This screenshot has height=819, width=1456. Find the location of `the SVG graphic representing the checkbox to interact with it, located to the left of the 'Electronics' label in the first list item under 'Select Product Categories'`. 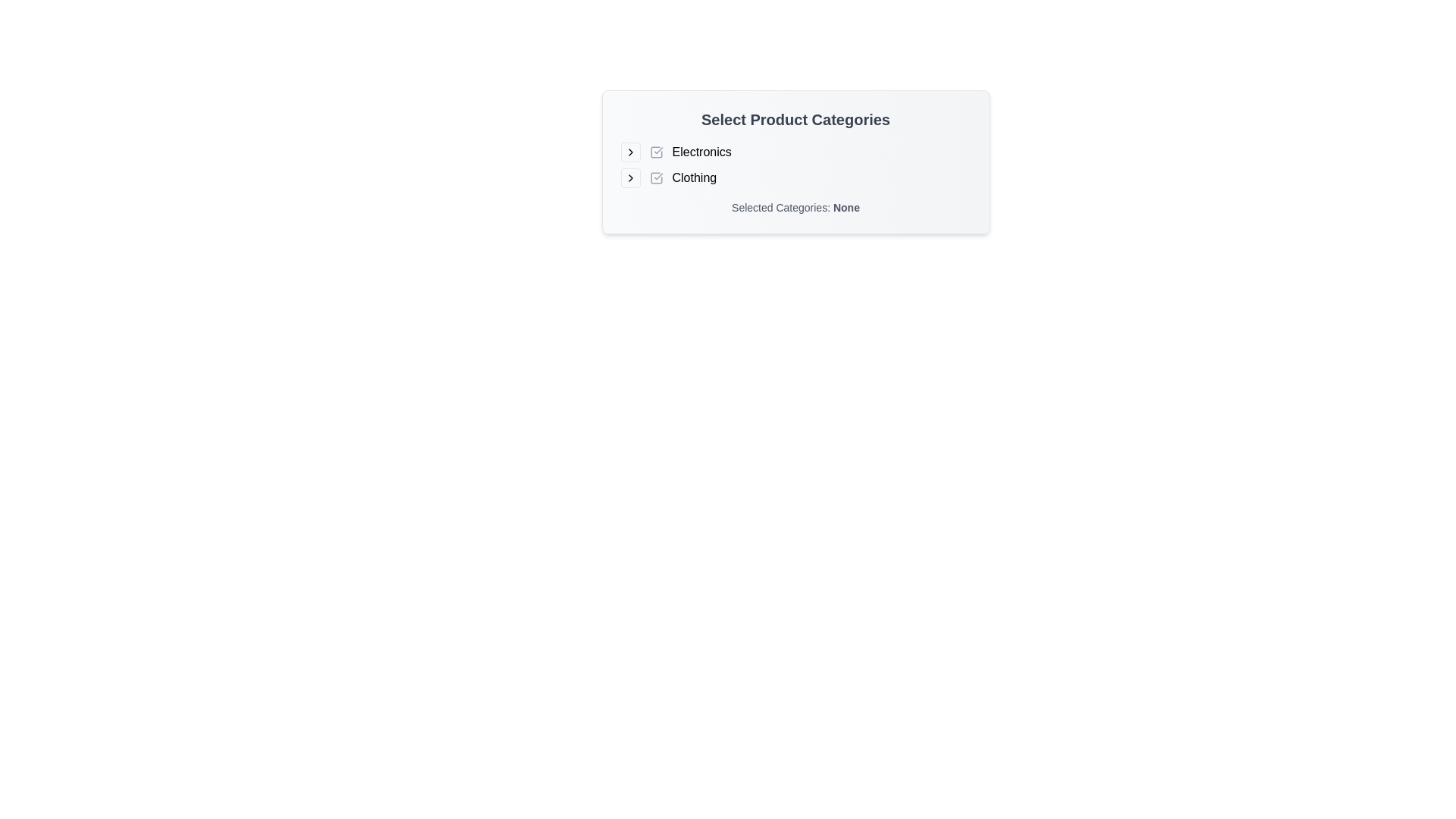

the SVG graphic representing the checkbox to interact with it, located to the left of the 'Electronics' label in the first list item under 'Select Product Categories' is located at coordinates (656, 152).